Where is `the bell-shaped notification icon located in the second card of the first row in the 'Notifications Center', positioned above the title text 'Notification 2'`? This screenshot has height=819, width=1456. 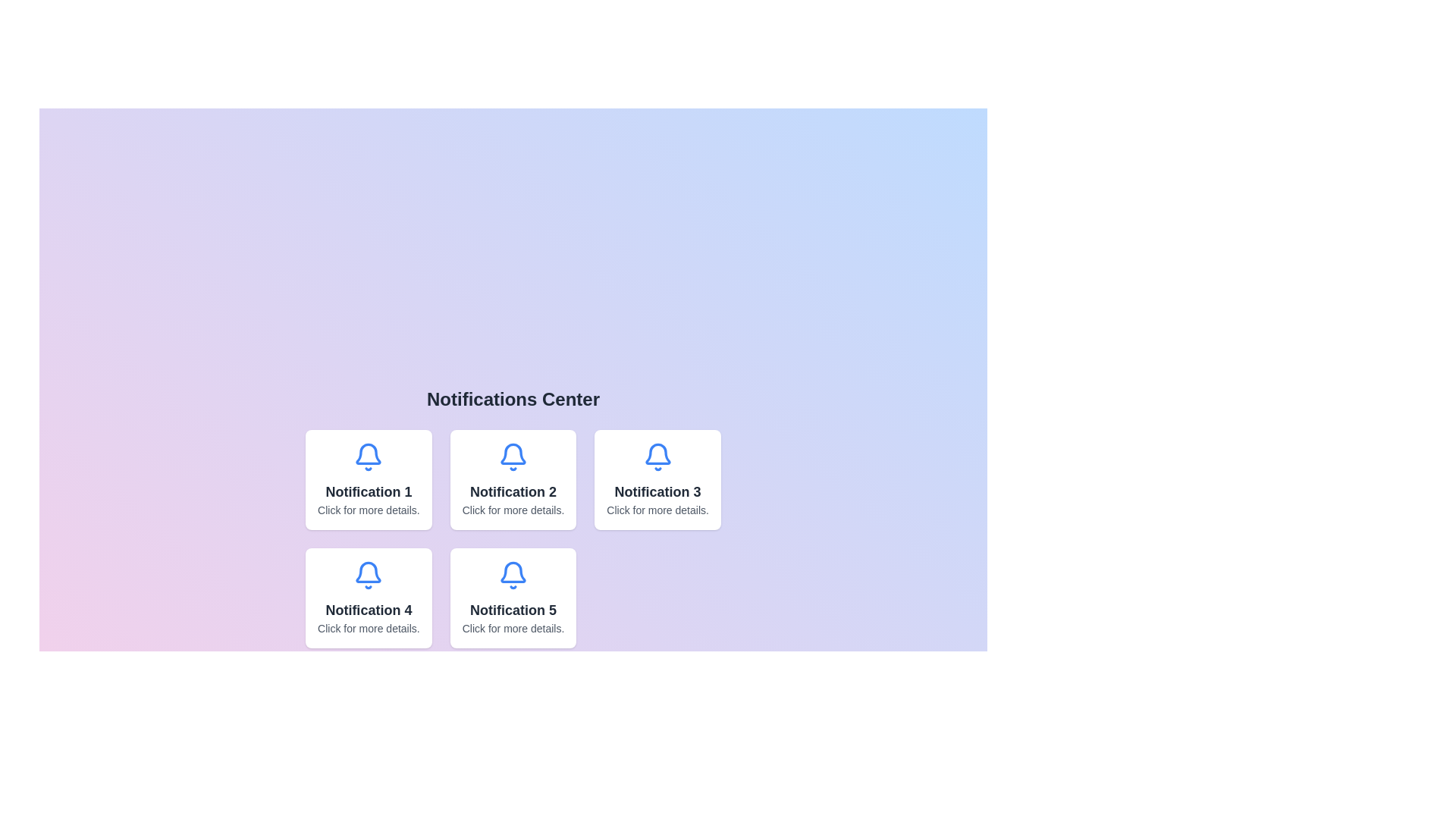
the bell-shaped notification icon located in the second card of the first row in the 'Notifications Center', positioned above the title text 'Notification 2' is located at coordinates (513, 456).